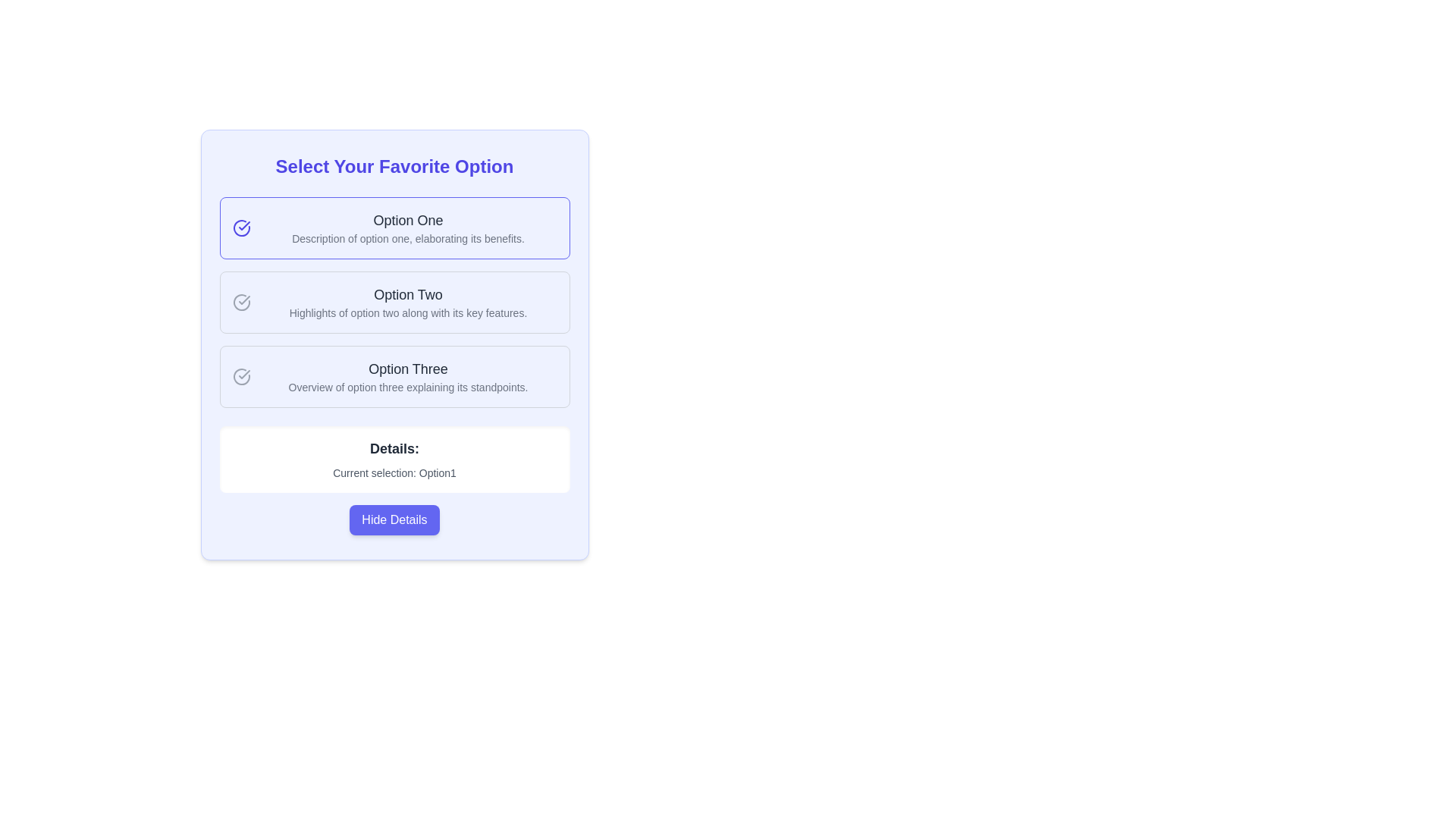  What do you see at coordinates (394, 447) in the screenshot?
I see `the 'Details:' text label styled as a header, which is large and bold` at bounding box center [394, 447].